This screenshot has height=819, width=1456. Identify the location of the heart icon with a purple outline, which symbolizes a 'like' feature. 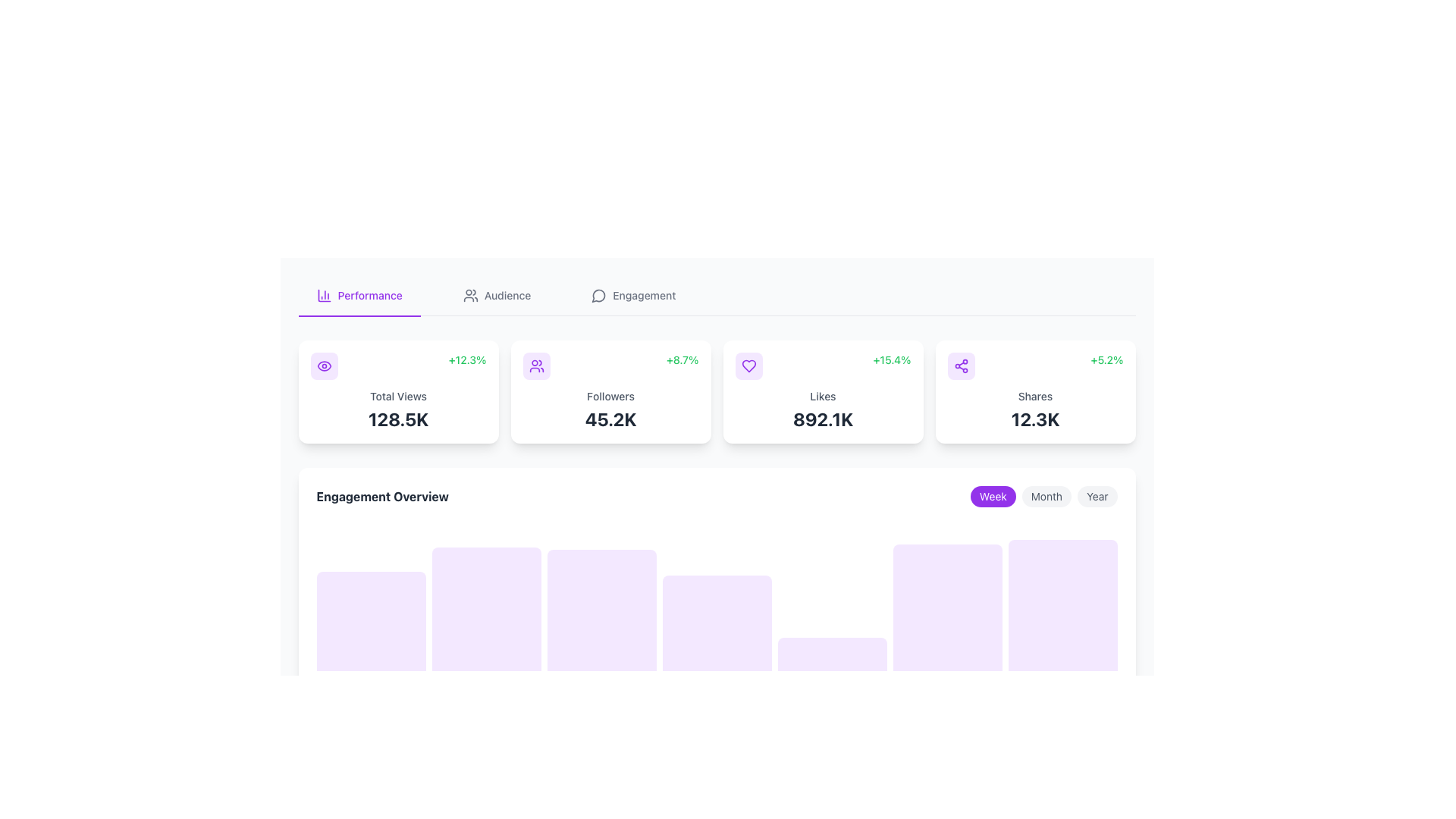
(748, 366).